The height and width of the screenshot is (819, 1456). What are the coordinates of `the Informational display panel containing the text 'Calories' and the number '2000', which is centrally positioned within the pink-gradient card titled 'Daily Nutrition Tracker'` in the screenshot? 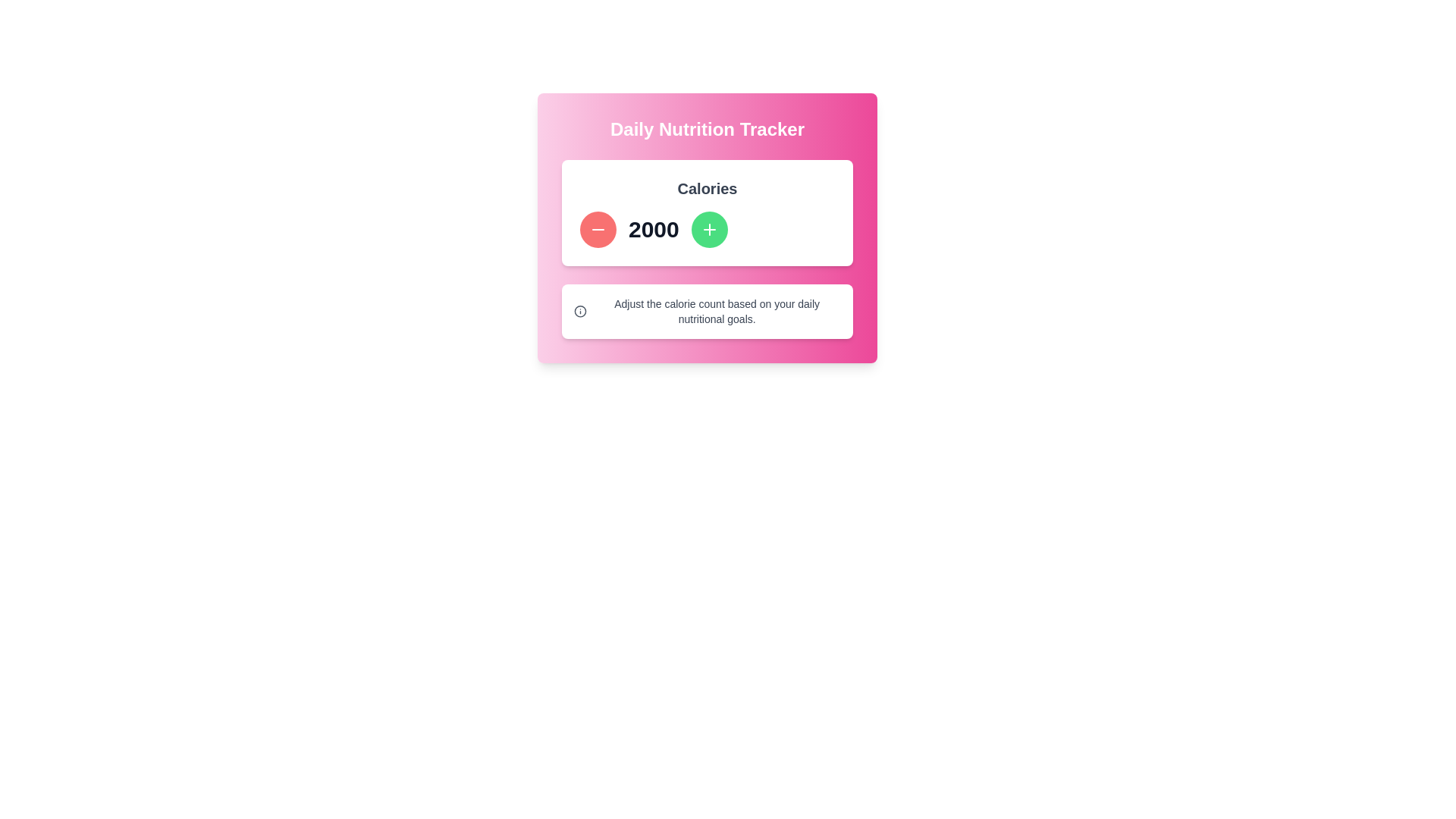 It's located at (706, 213).